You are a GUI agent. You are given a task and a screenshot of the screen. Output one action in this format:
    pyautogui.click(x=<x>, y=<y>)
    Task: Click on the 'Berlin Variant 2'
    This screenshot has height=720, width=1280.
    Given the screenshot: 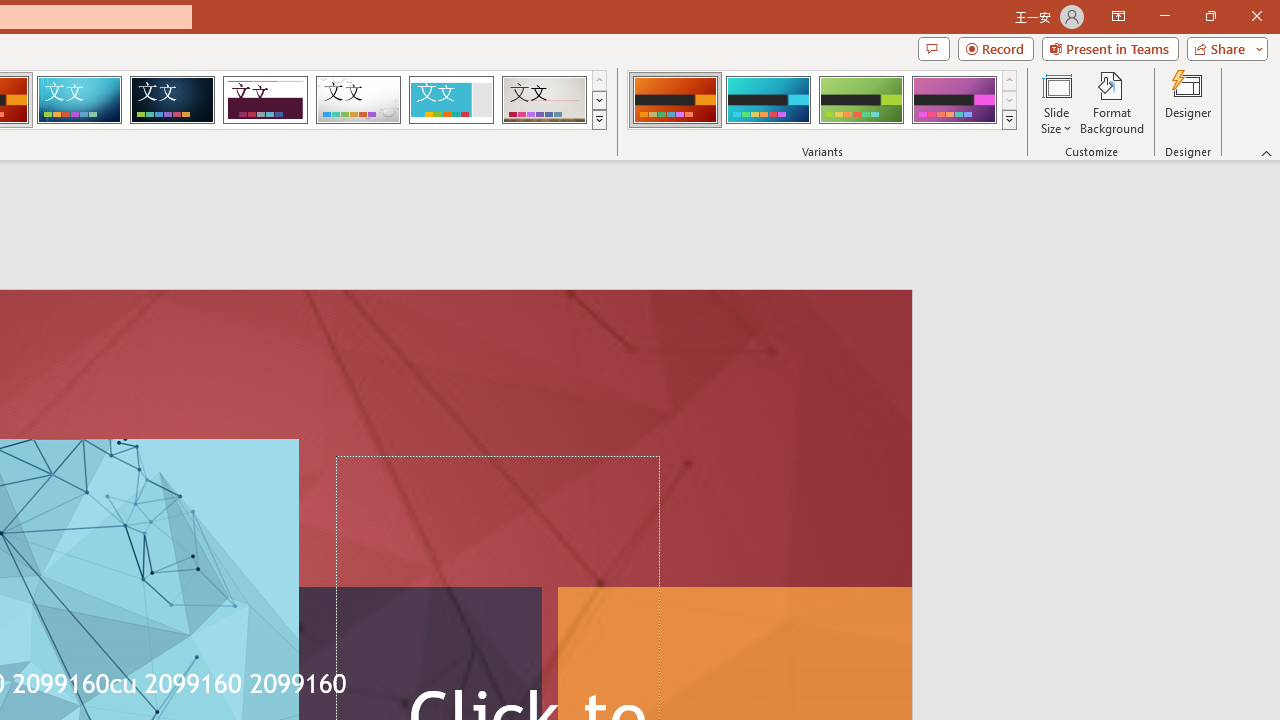 What is the action you would take?
    pyautogui.click(x=767, y=100)
    